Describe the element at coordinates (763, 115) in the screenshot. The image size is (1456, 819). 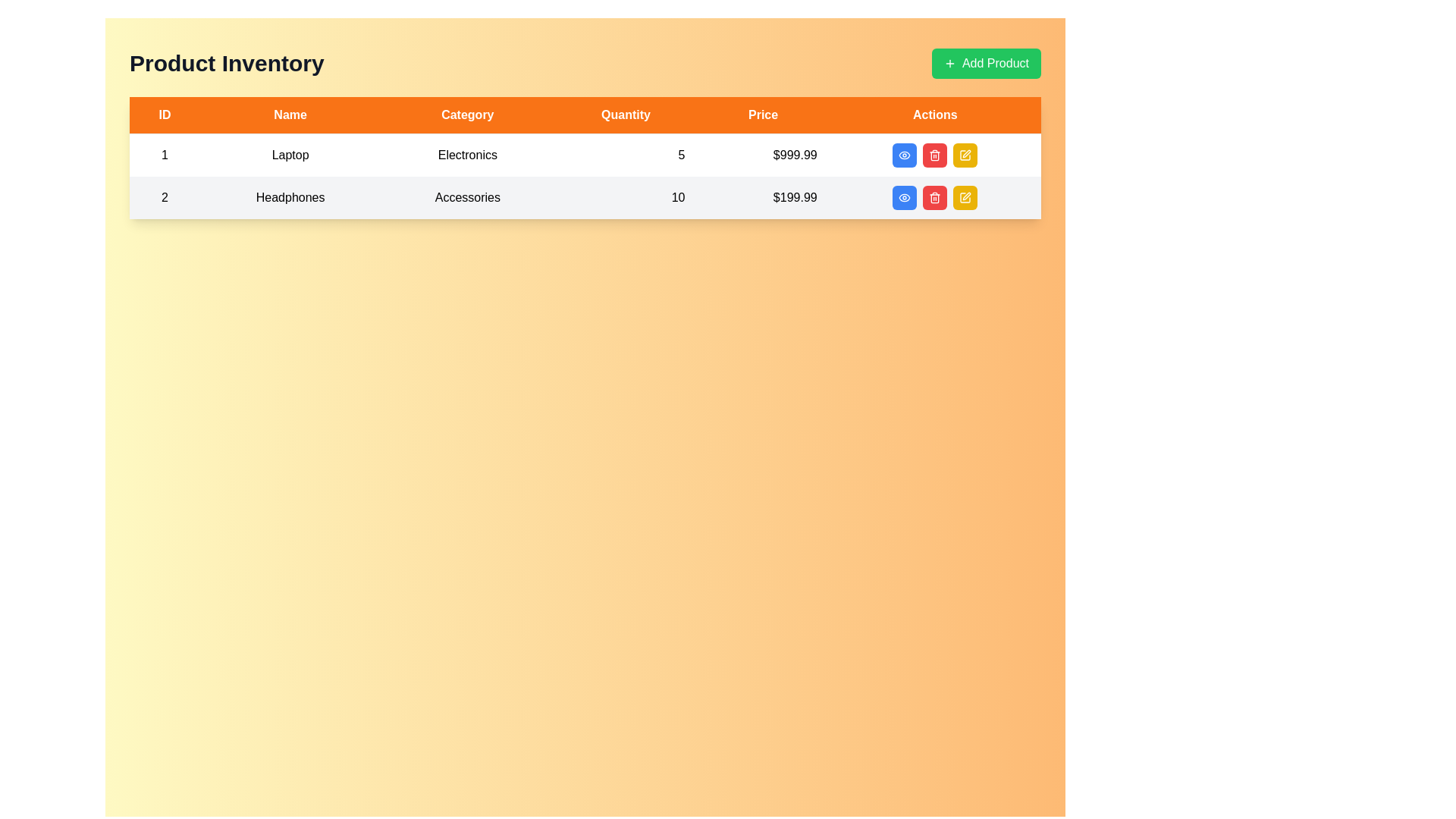
I see `the 'Price' header label, which is styled in white text against an orange background and is positioned between the 'Quantity' and 'Actions' labels in the header row` at that location.